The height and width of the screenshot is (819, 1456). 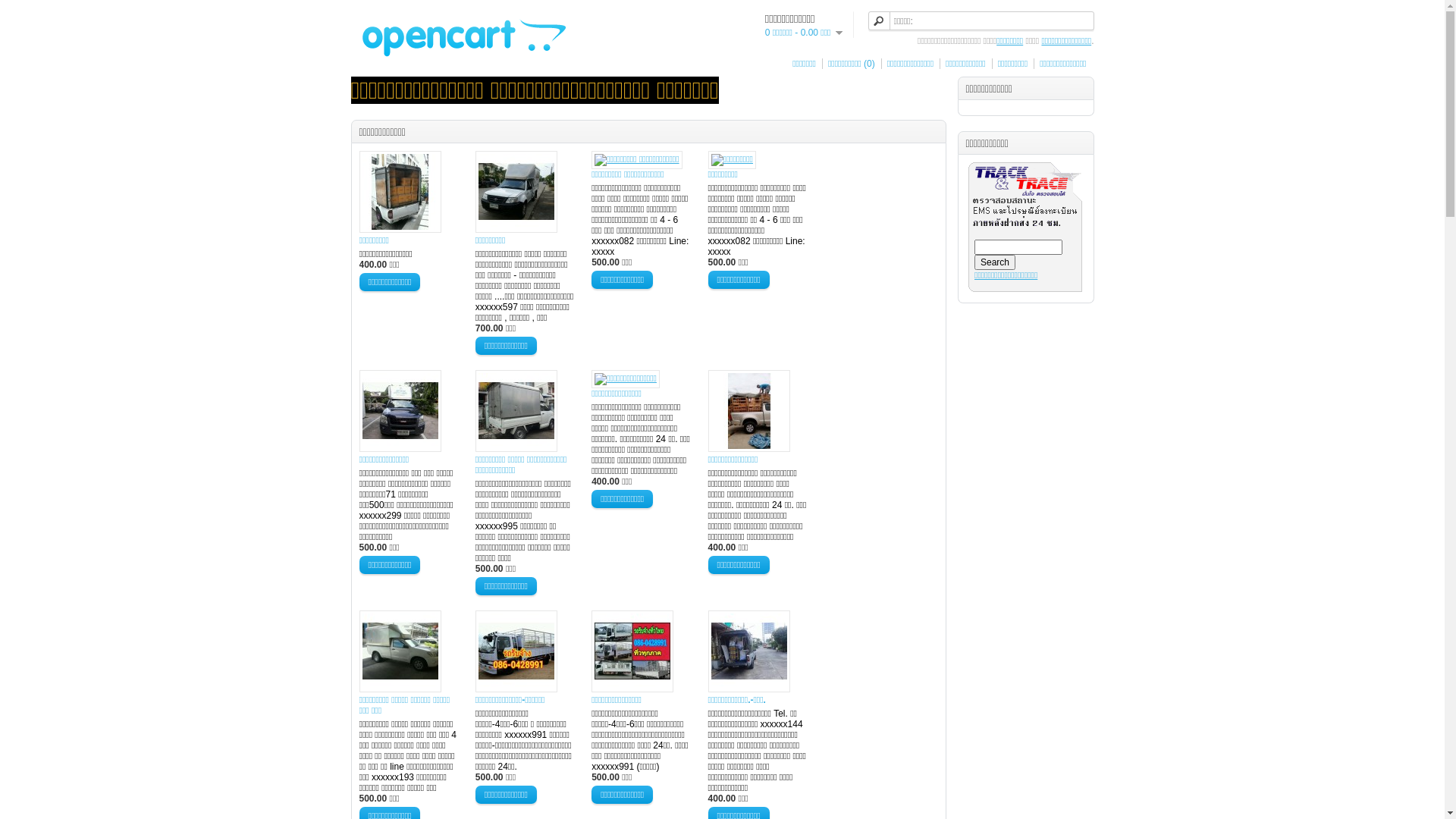 What do you see at coordinates (994, 262) in the screenshot?
I see `'Search'` at bounding box center [994, 262].